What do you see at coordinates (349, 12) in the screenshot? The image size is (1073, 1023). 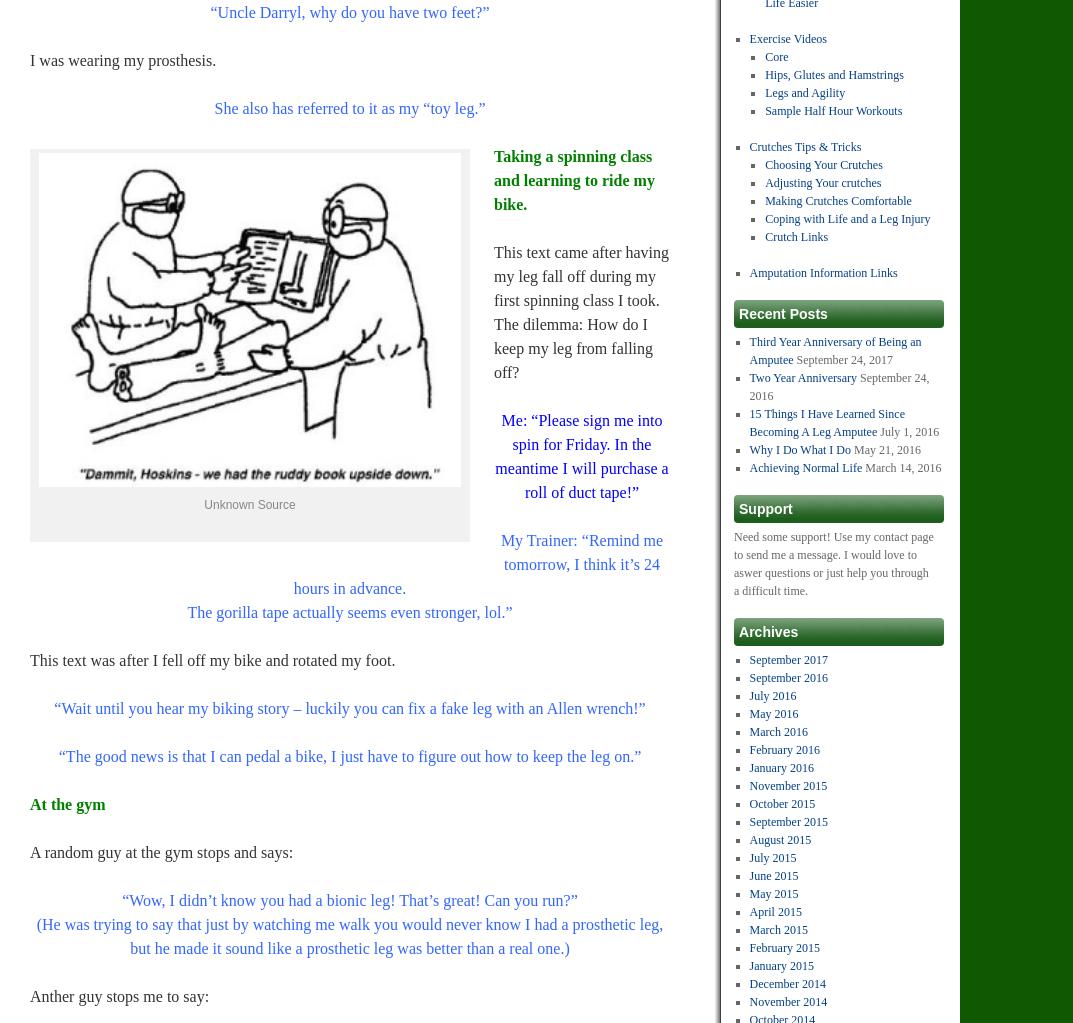 I see `'“Uncle Darryl, why do you have two feet?”'` at bounding box center [349, 12].